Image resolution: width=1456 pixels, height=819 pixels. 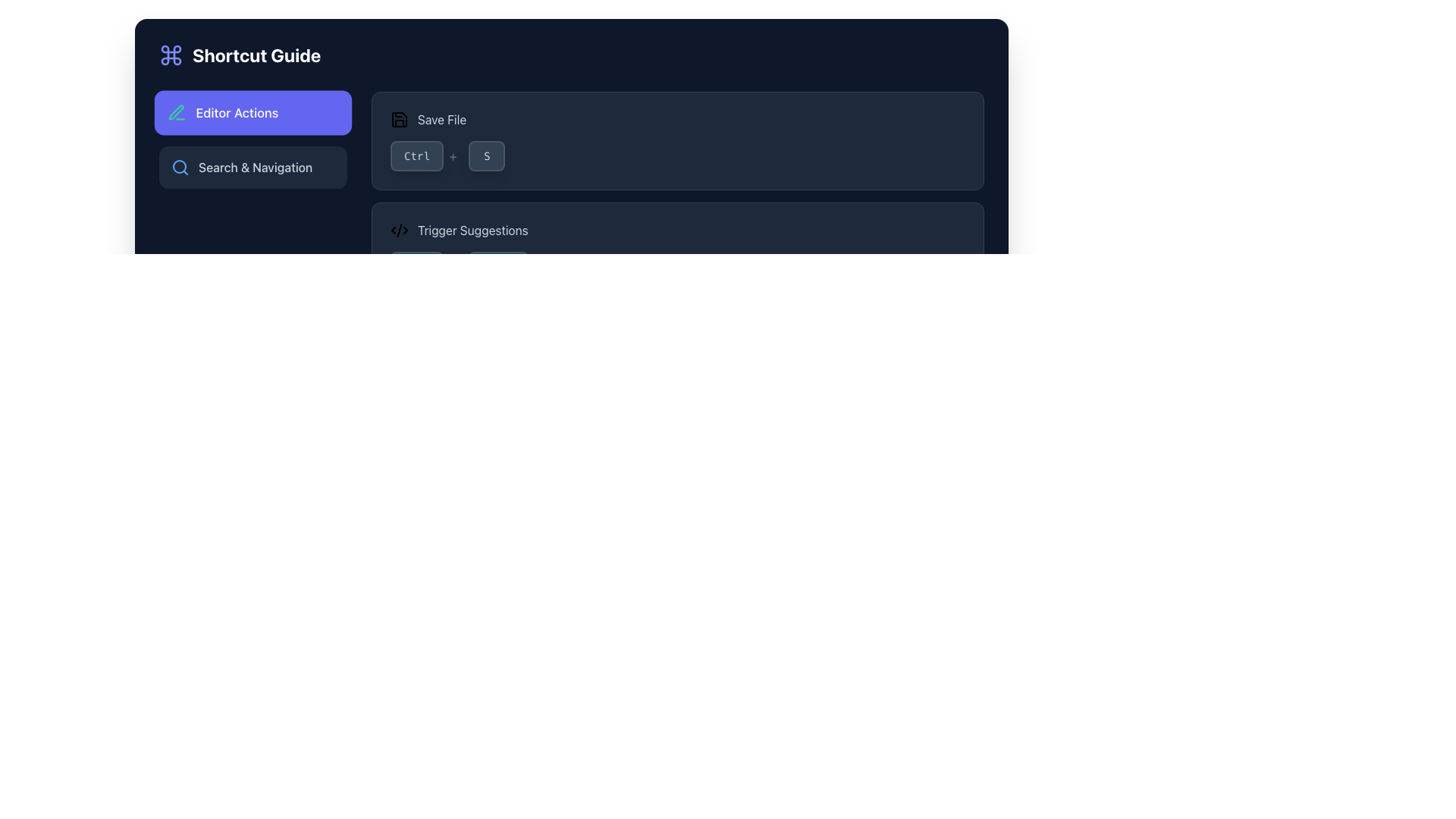 I want to click on the SVG icon that resembles a code or XML-related symbol, located to the left of the text 'Trigger Suggestions', so click(x=400, y=231).